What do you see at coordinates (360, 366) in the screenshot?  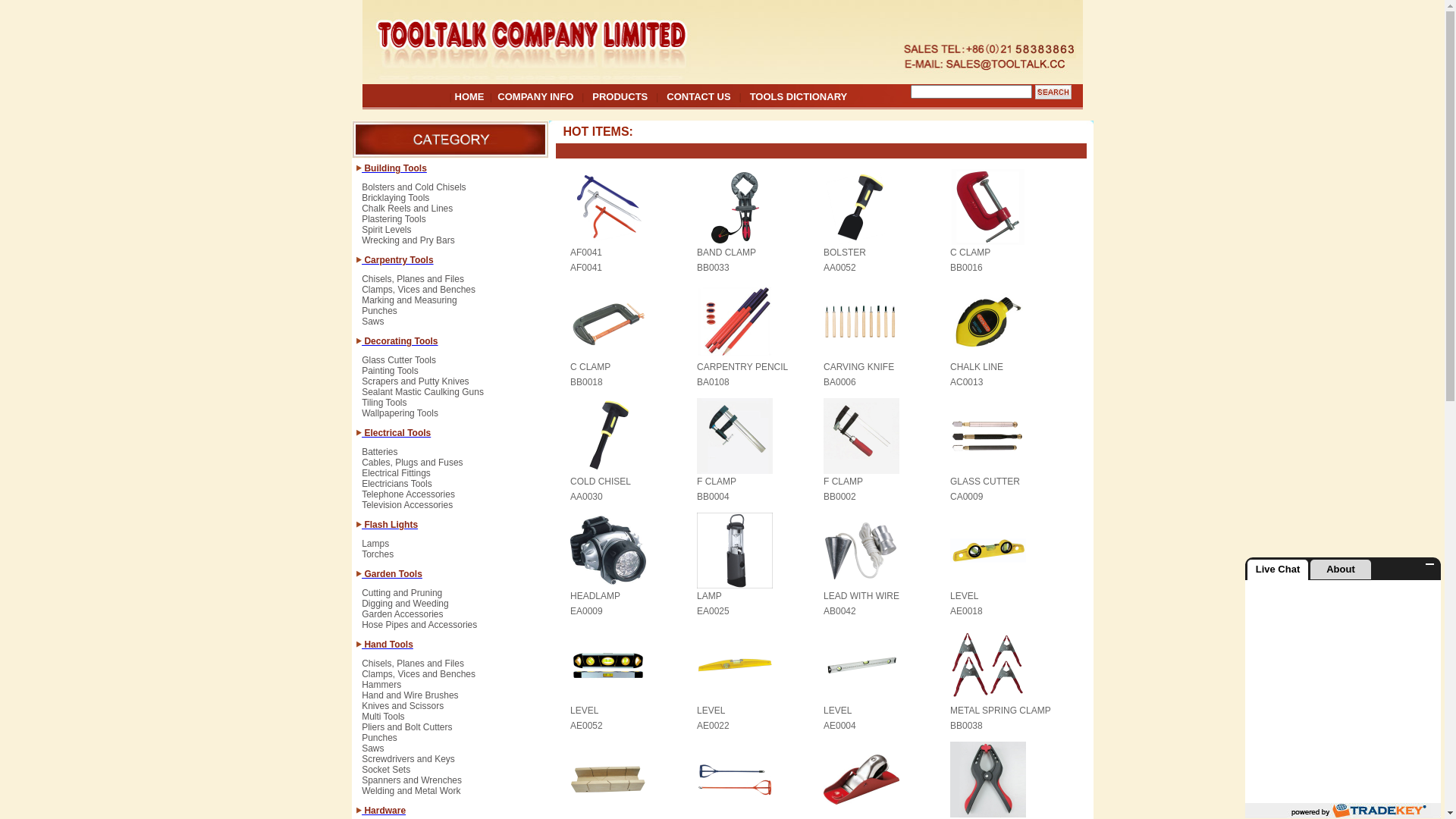 I see `'Glass Cutter Tools'` at bounding box center [360, 366].